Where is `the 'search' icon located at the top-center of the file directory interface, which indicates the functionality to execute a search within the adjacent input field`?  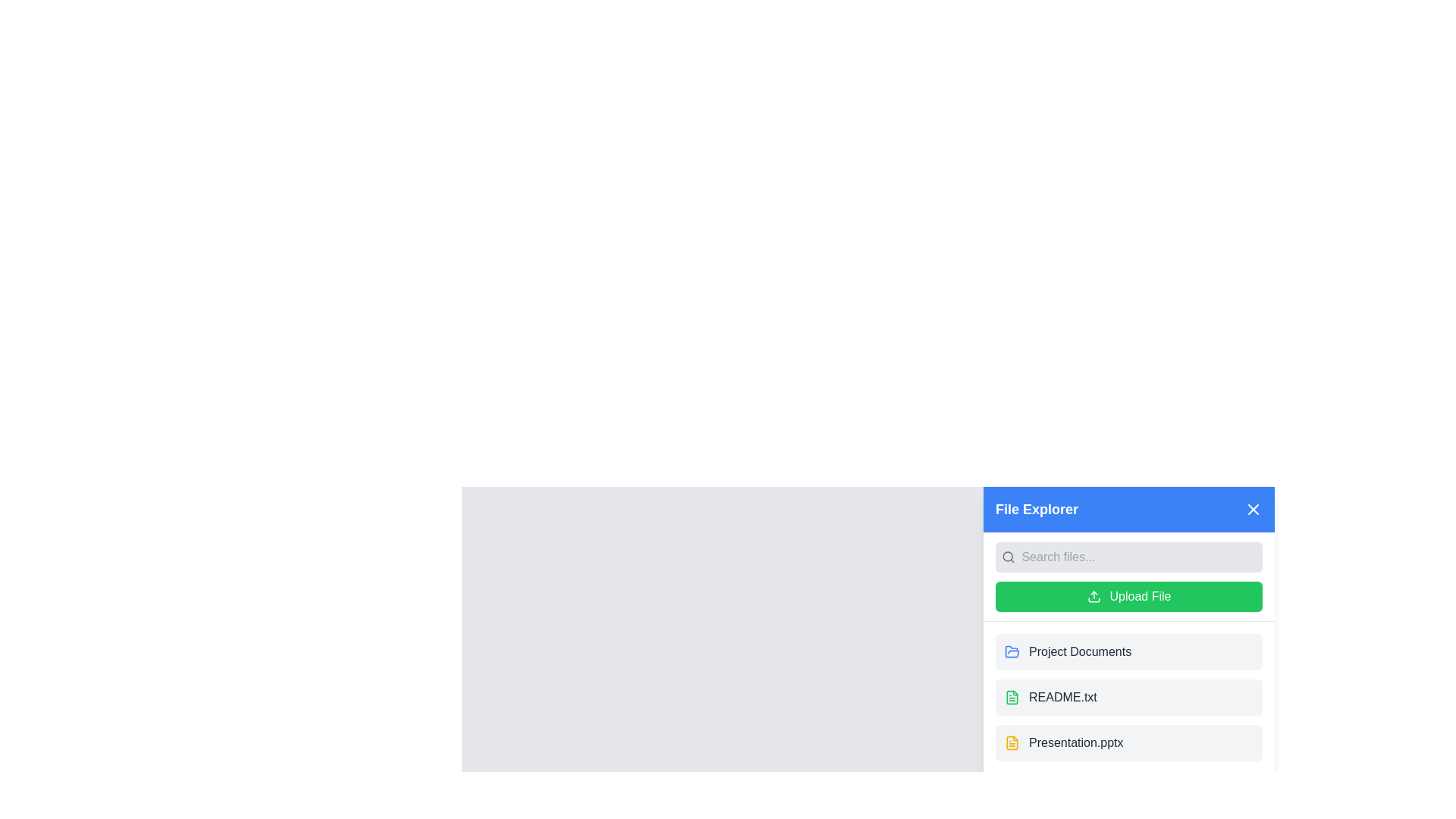 the 'search' icon located at the top-center of the file directory interface, which indicates the functionality to execute a search within the adjacent input field is located at coordinates (1009, 557).